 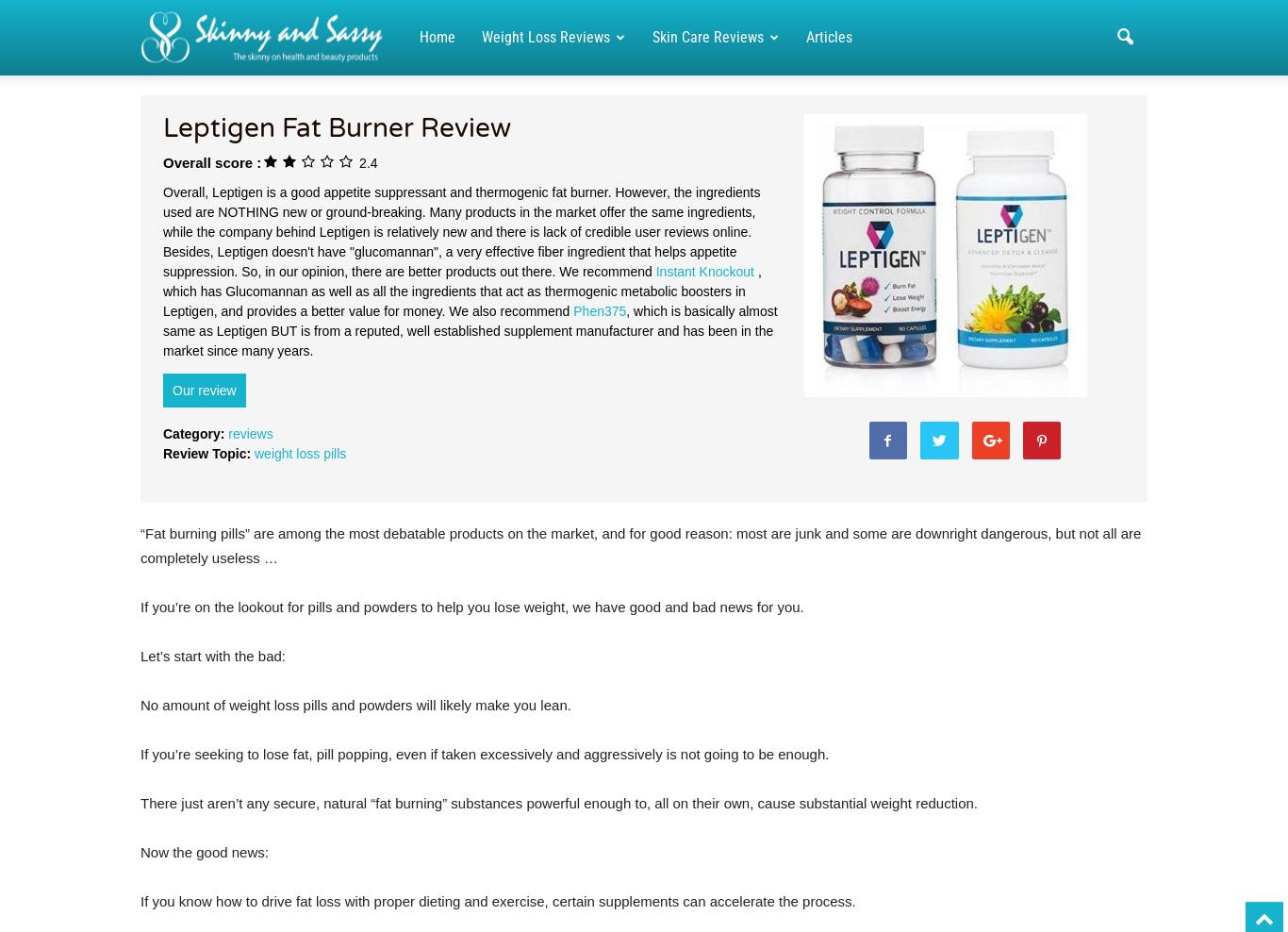 What do you see at coordinates (557, 803) in the screenshot?
I see `'There just aren’t any secure, natural “fat burning” substances powerful enough to, all on their own, cause substantial weight reduction.'` at bounding box center [557, 803].